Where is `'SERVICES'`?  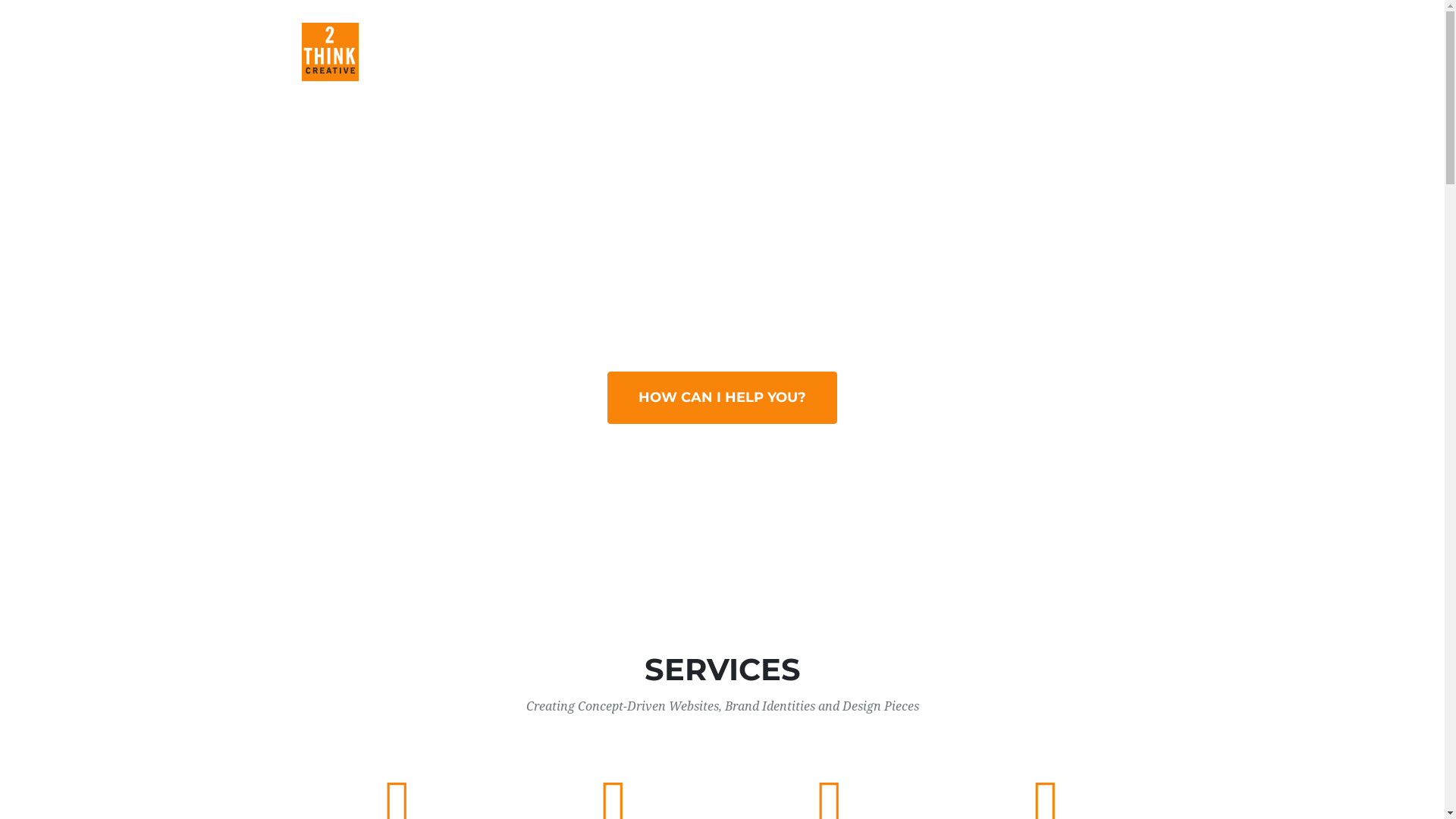
'SERVICES' is located at coordinates (749, 51).